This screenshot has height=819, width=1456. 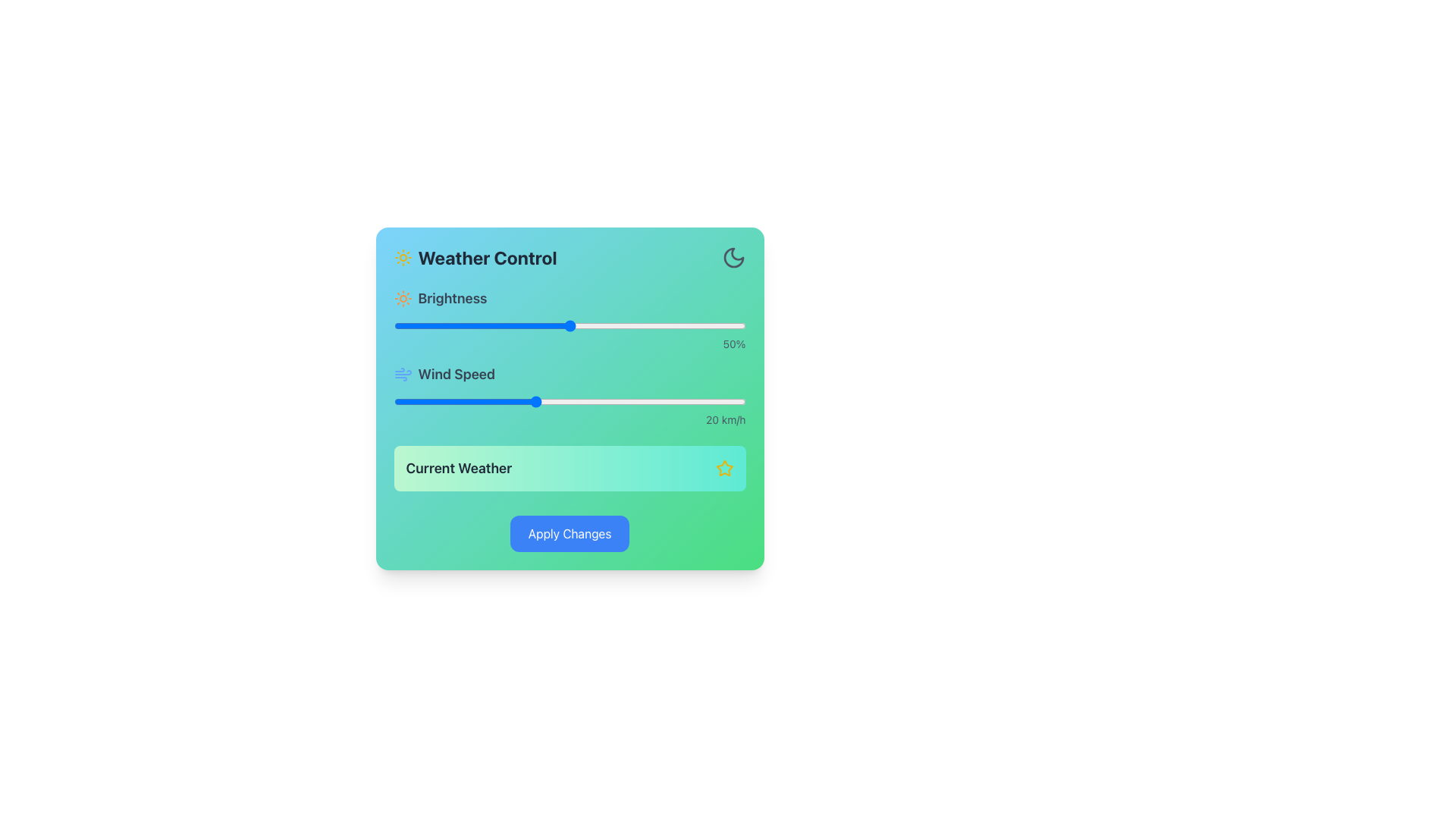 I want to click on the brightness level, so click(x=664, y=325).